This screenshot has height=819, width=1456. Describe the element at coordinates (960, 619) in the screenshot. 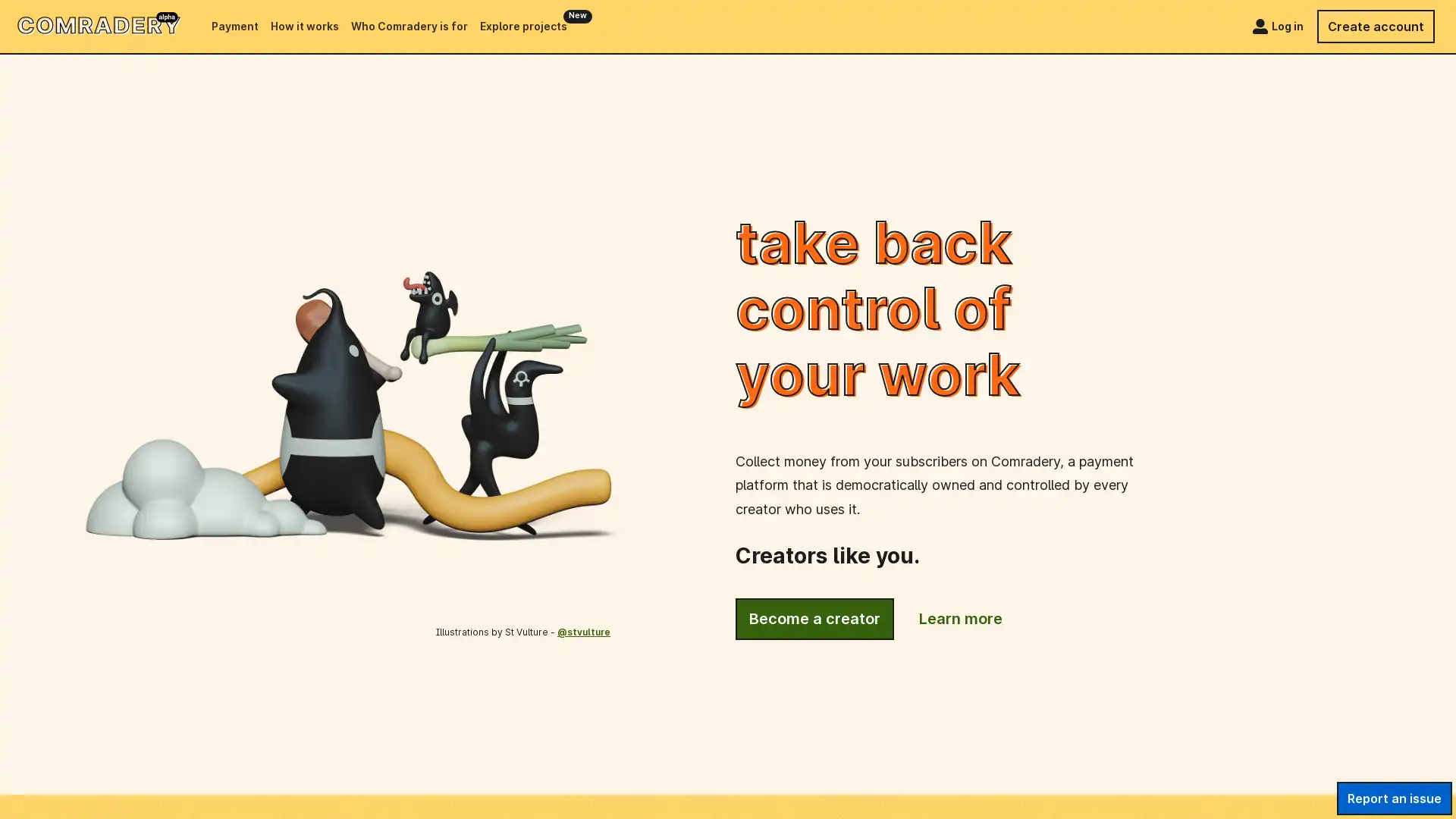

I see `Learn more` at that location.